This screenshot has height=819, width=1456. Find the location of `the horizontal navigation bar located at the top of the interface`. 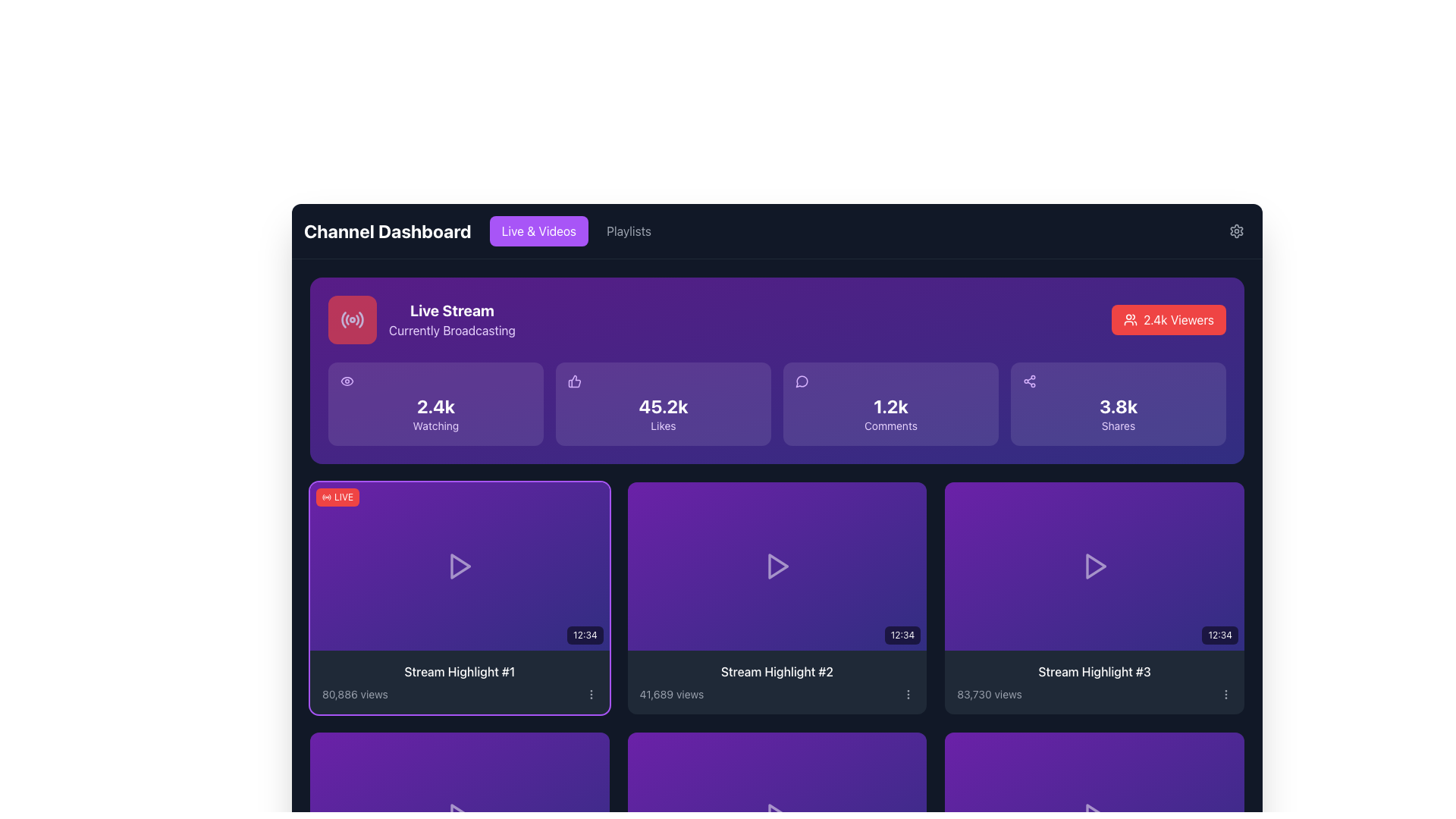

the horizontal navigation bar located at the top of the interface is located at coordinates (777, 231).